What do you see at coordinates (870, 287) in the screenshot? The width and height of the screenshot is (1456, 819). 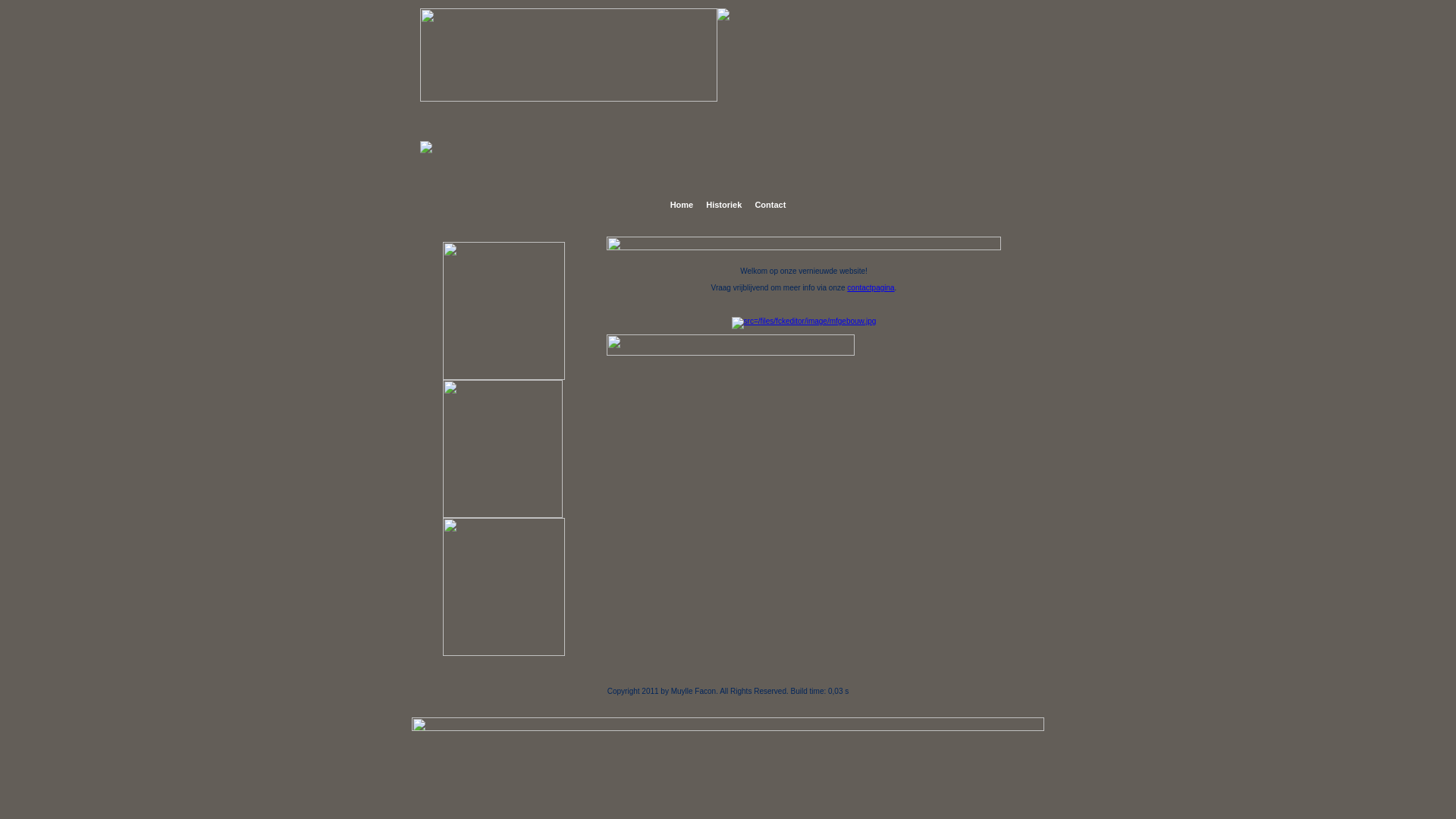 I see `'contactpagina'` at bounding box center [870, 287].